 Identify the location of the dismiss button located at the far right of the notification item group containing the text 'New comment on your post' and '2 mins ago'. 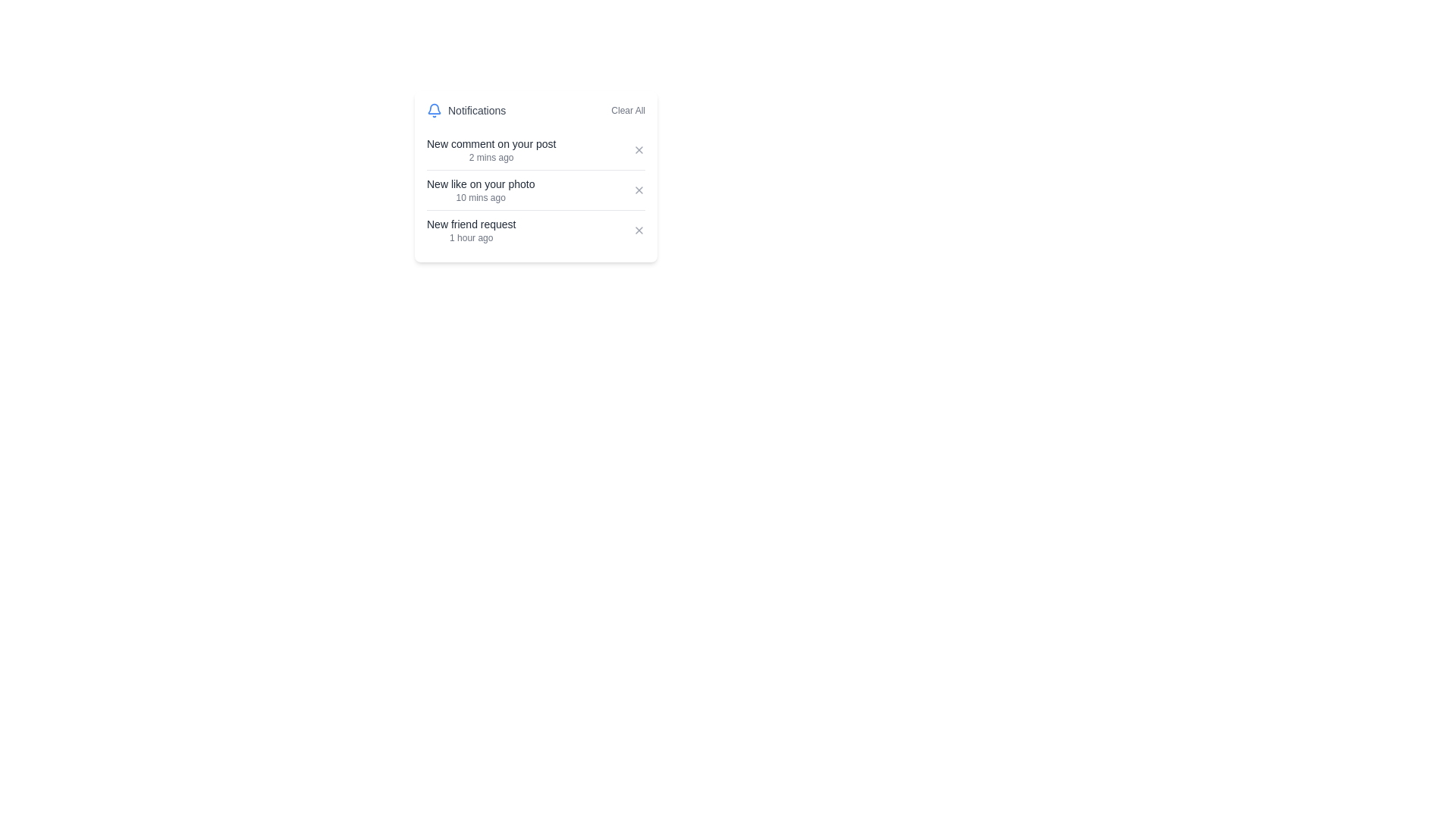
(639, 149).